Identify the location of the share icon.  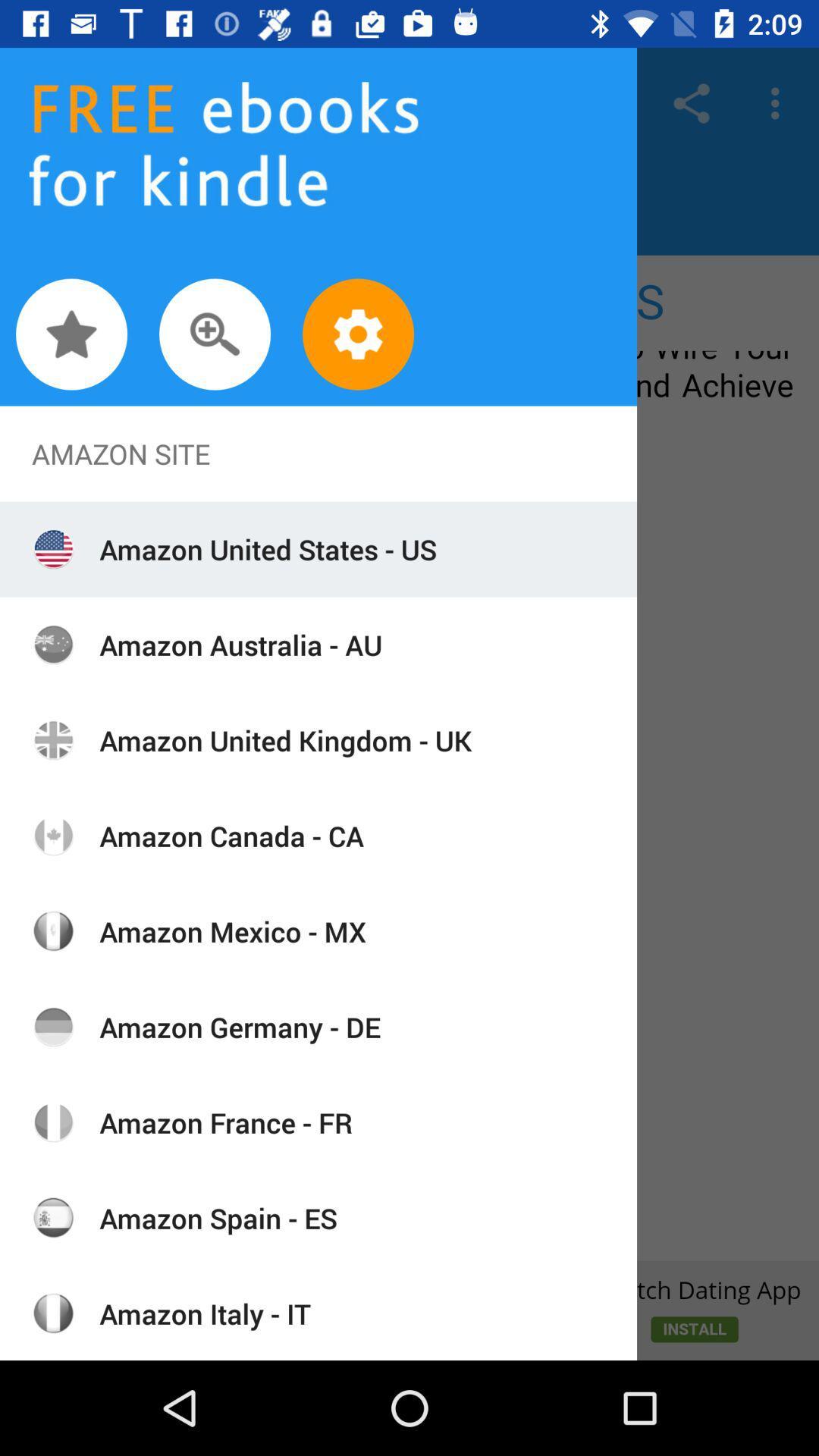
(691, 102).